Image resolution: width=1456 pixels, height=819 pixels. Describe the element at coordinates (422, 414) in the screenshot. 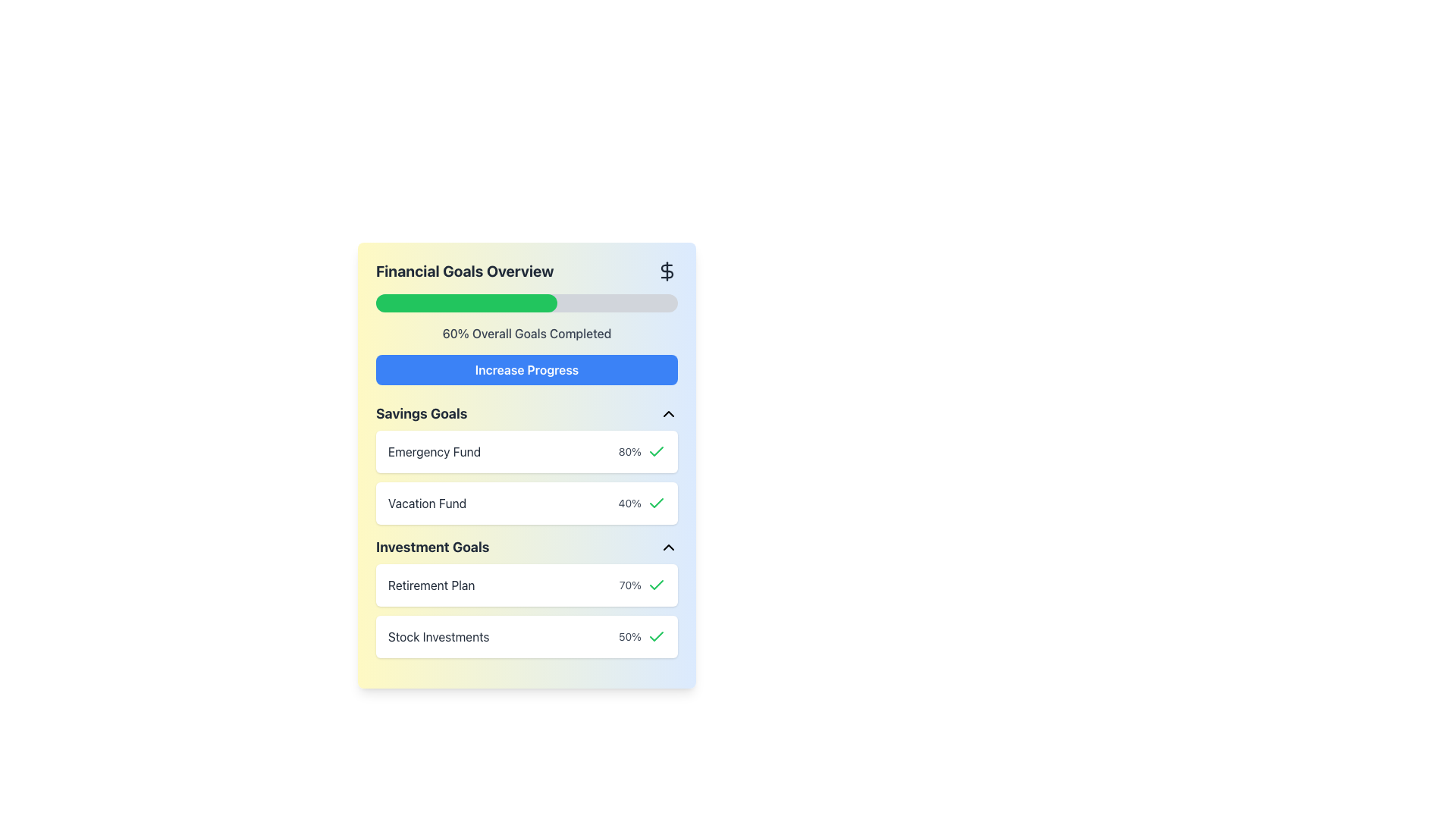

I see `the text element labeled 'Savings Goals', which is styled in bold and located in the upper-middle section of the interface, beneath the 'Increase Progress' button` at that location.